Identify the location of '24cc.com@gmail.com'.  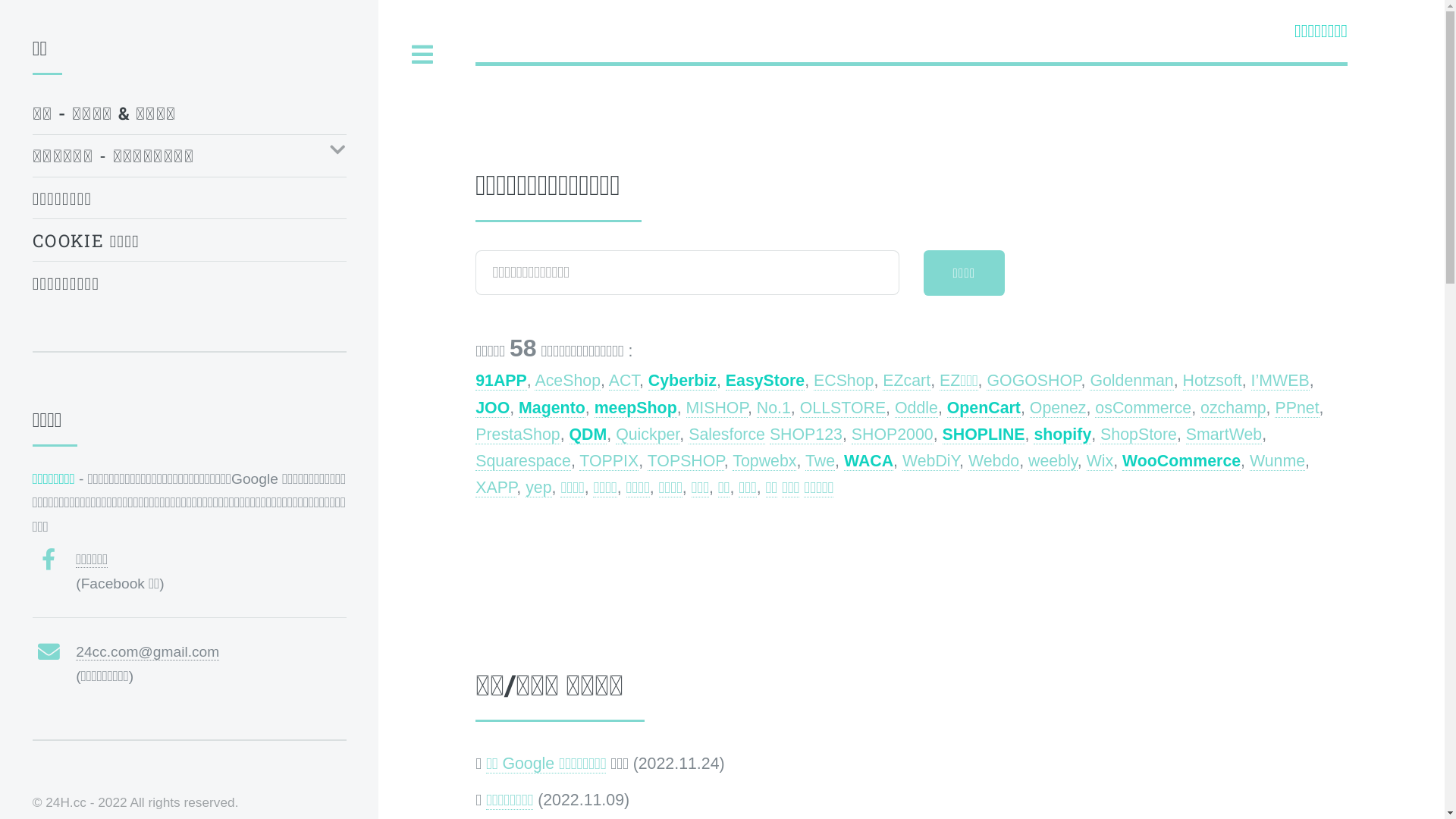
(147, 651).